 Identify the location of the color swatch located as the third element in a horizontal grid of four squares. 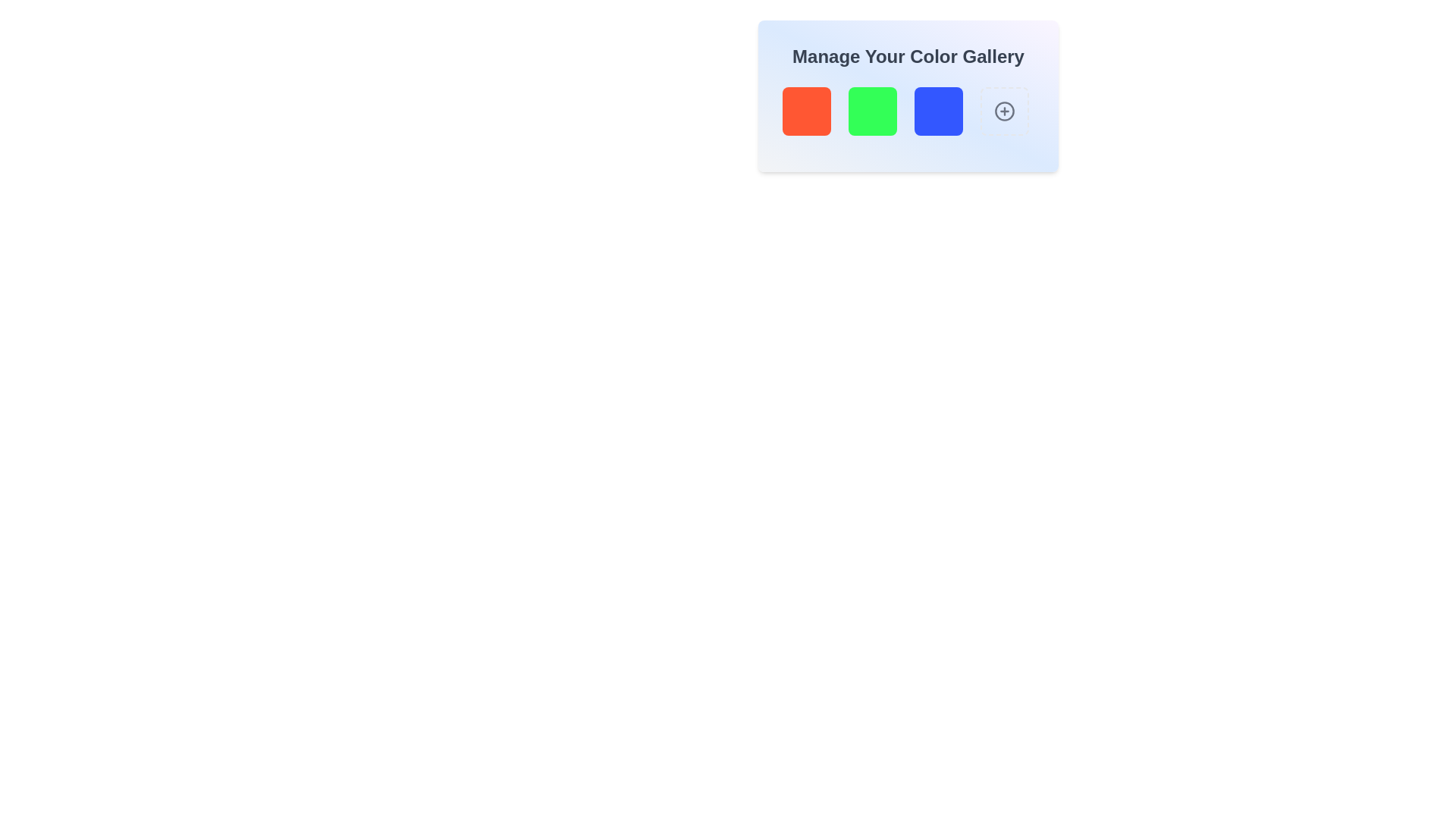
(938, 110).